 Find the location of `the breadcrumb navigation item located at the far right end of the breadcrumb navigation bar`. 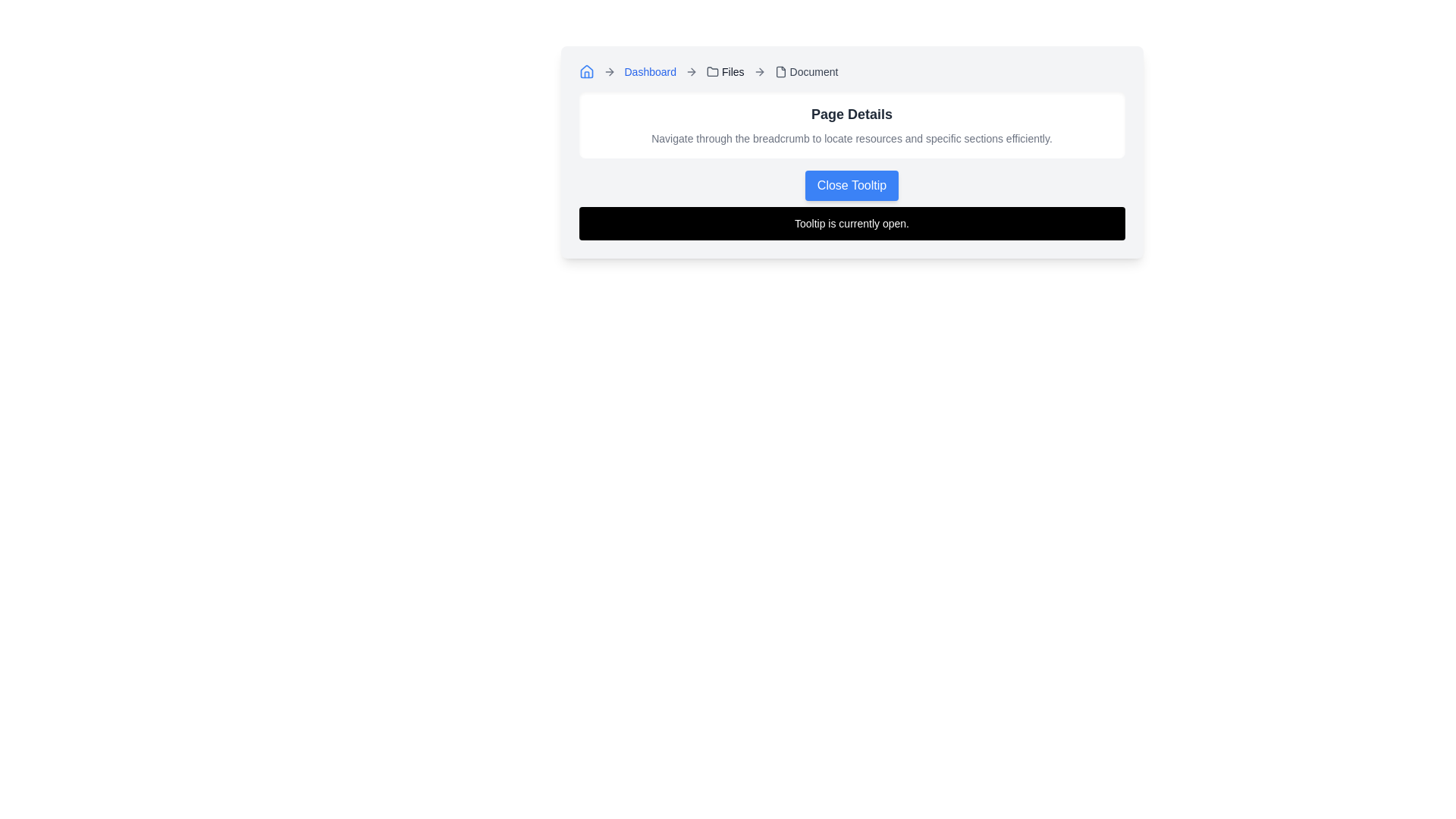

the breadcrumb navigation item located at the far right end of the breadcrumb navigation bar is located at coordinates (805, 72).